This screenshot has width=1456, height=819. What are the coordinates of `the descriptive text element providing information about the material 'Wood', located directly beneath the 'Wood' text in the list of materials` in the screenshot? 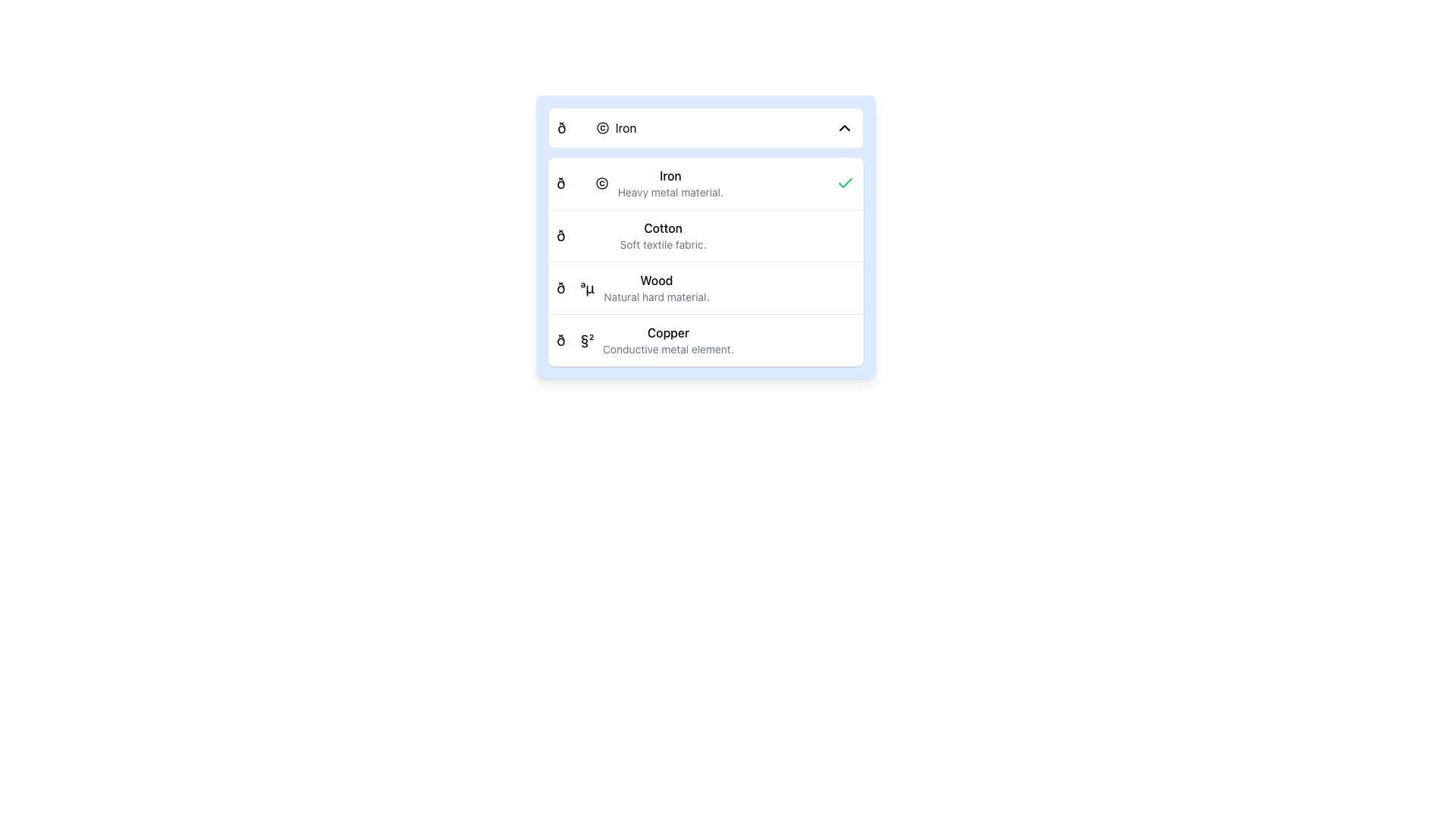 It's located at (656, 297).